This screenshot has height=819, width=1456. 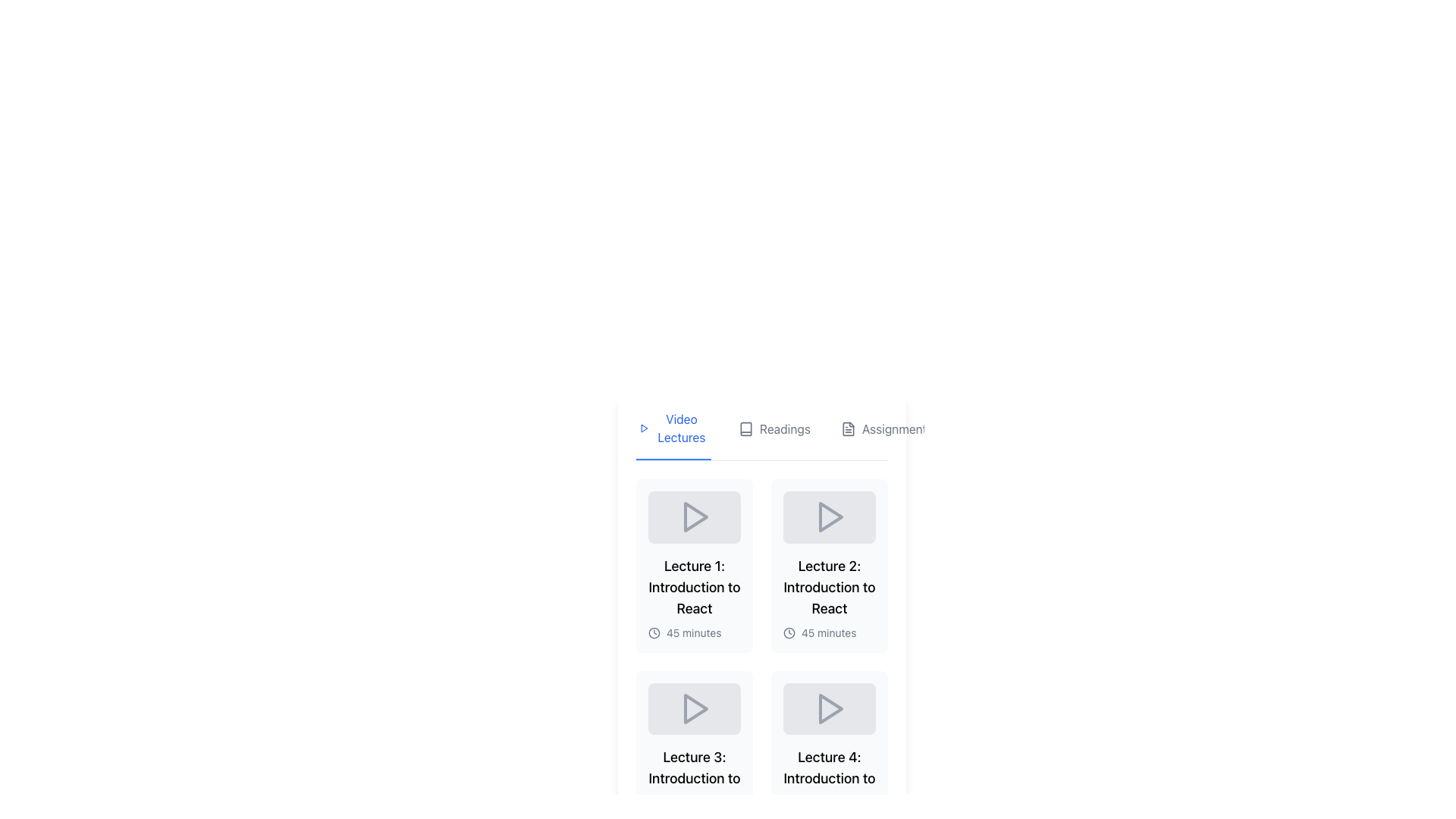 I want to click on the triangular play button icon located in the upper-left quadrant of the content section for 'Lecture 1: Introduction to React', so click(x=695, y=516).